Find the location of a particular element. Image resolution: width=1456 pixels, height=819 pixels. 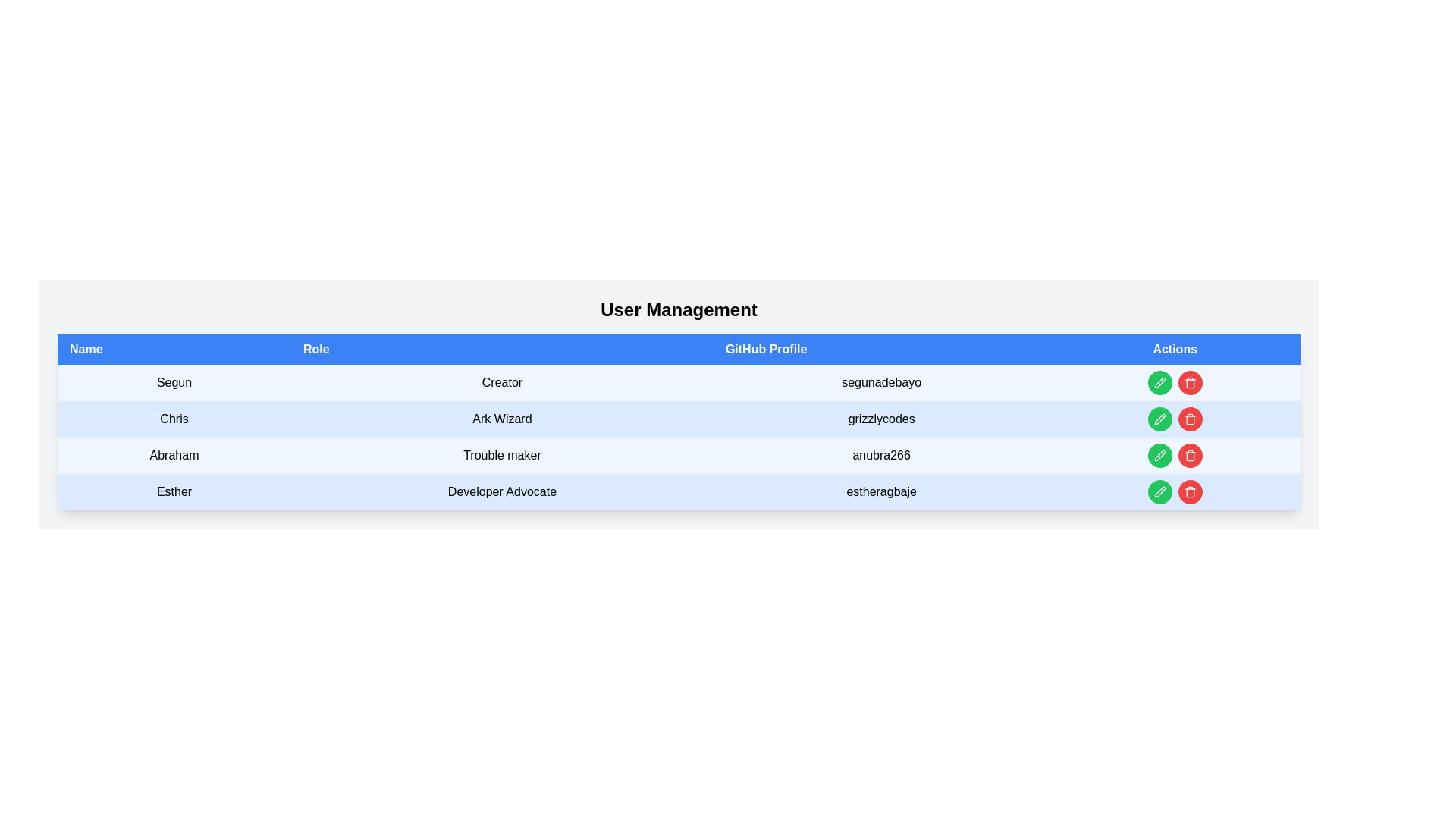

the first row of the user information table displaying details for 'Segun', including their role and GitHub profile is located at coordinates (678, 382).